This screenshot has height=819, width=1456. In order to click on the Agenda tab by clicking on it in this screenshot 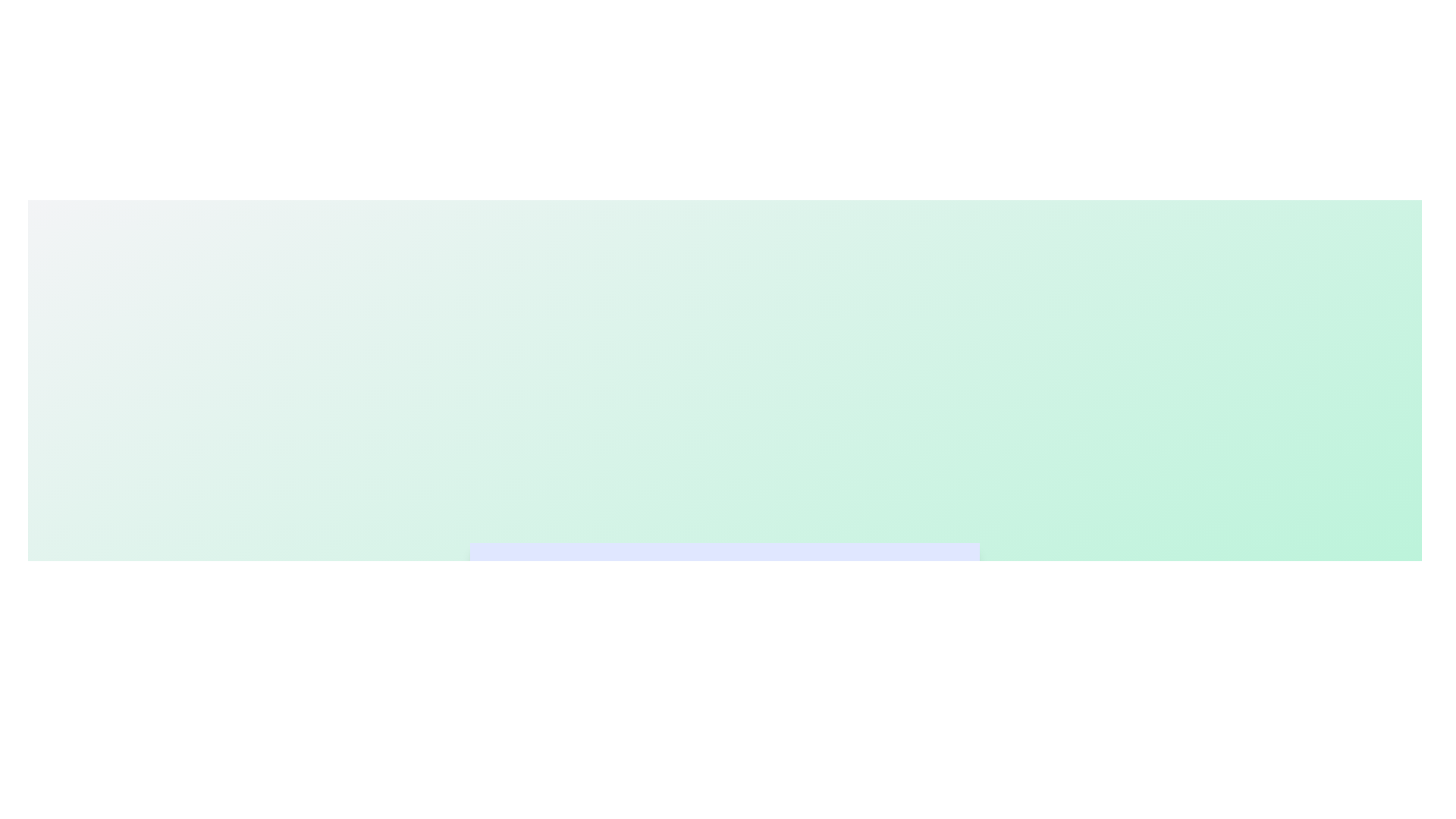, I will do `click(723, 580)`.